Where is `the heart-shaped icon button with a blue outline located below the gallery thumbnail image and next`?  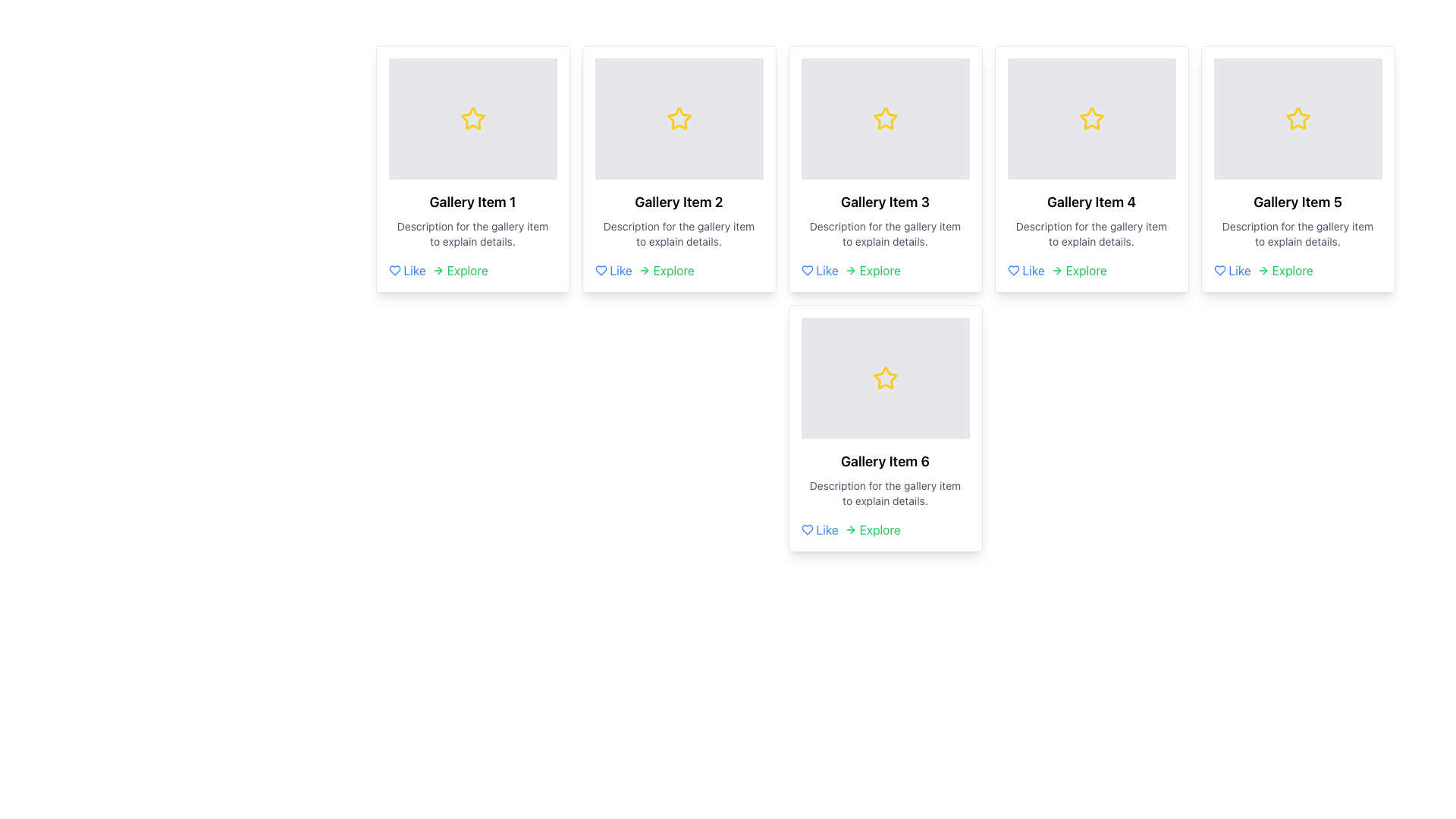
the heart-shaped icon button with a blue outline located below the gallery thumbnail image and next is located at coordinates (394, 270).